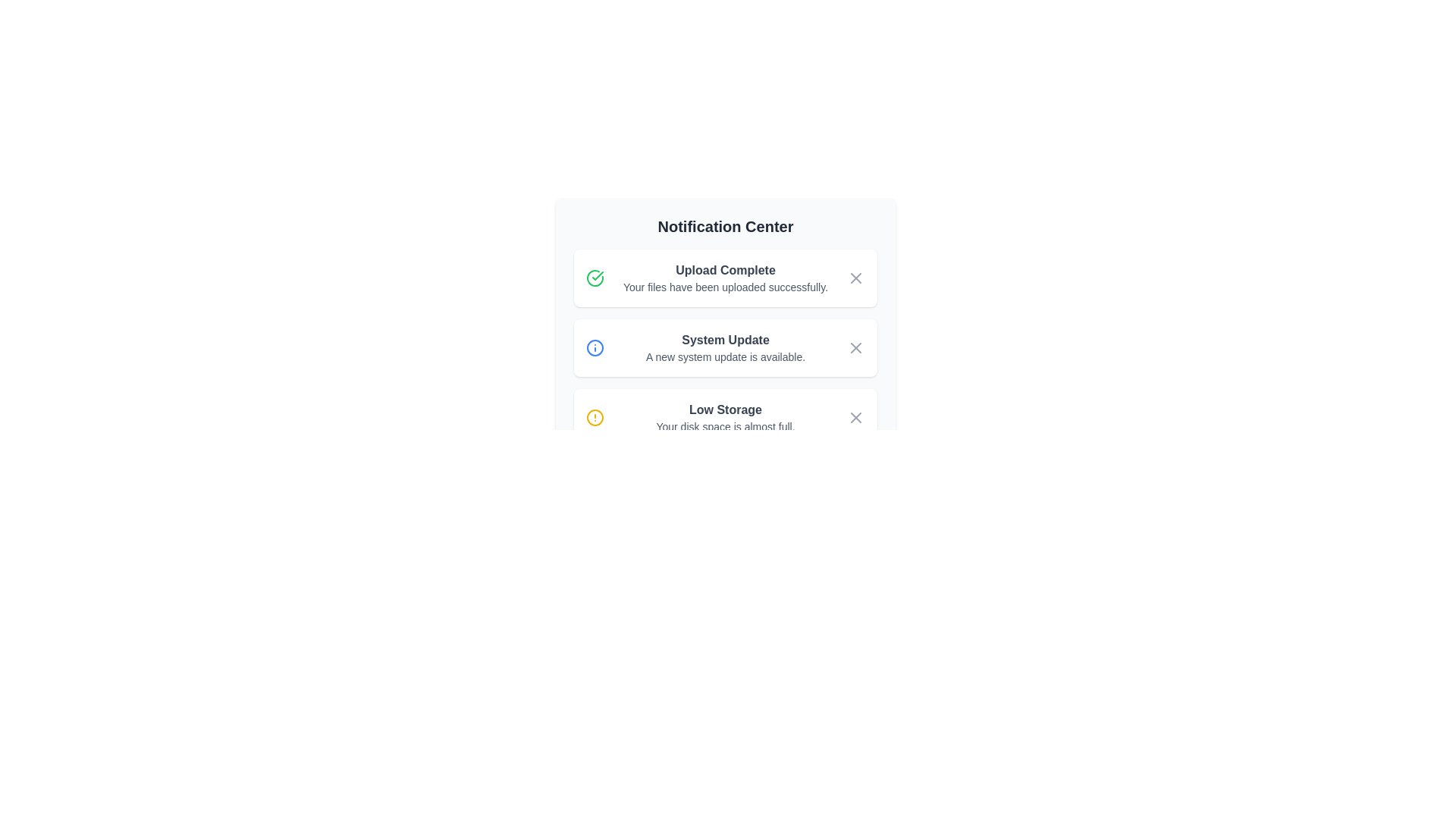  Describe the element at coordinates (855, 418) in the screenshot. I see `the 'X' button of the alert with the header Low Storage` at that location.